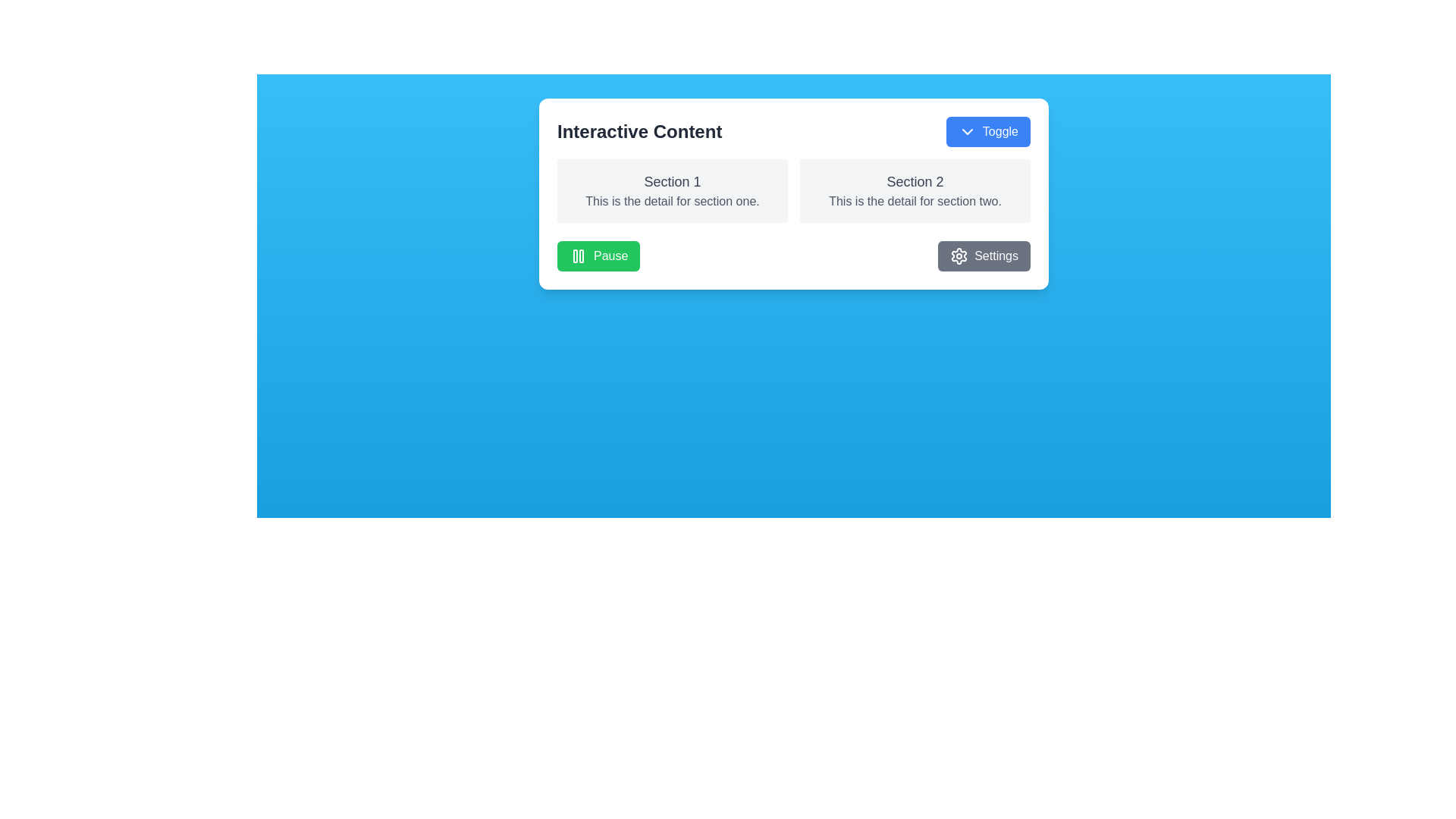  What do you see at coordinates (914, 180) in the screenshot?
I see `the Text Label that serves as a header for the section, located above the text 'This is the detail for section two.'` at bounding box center [914, 180].